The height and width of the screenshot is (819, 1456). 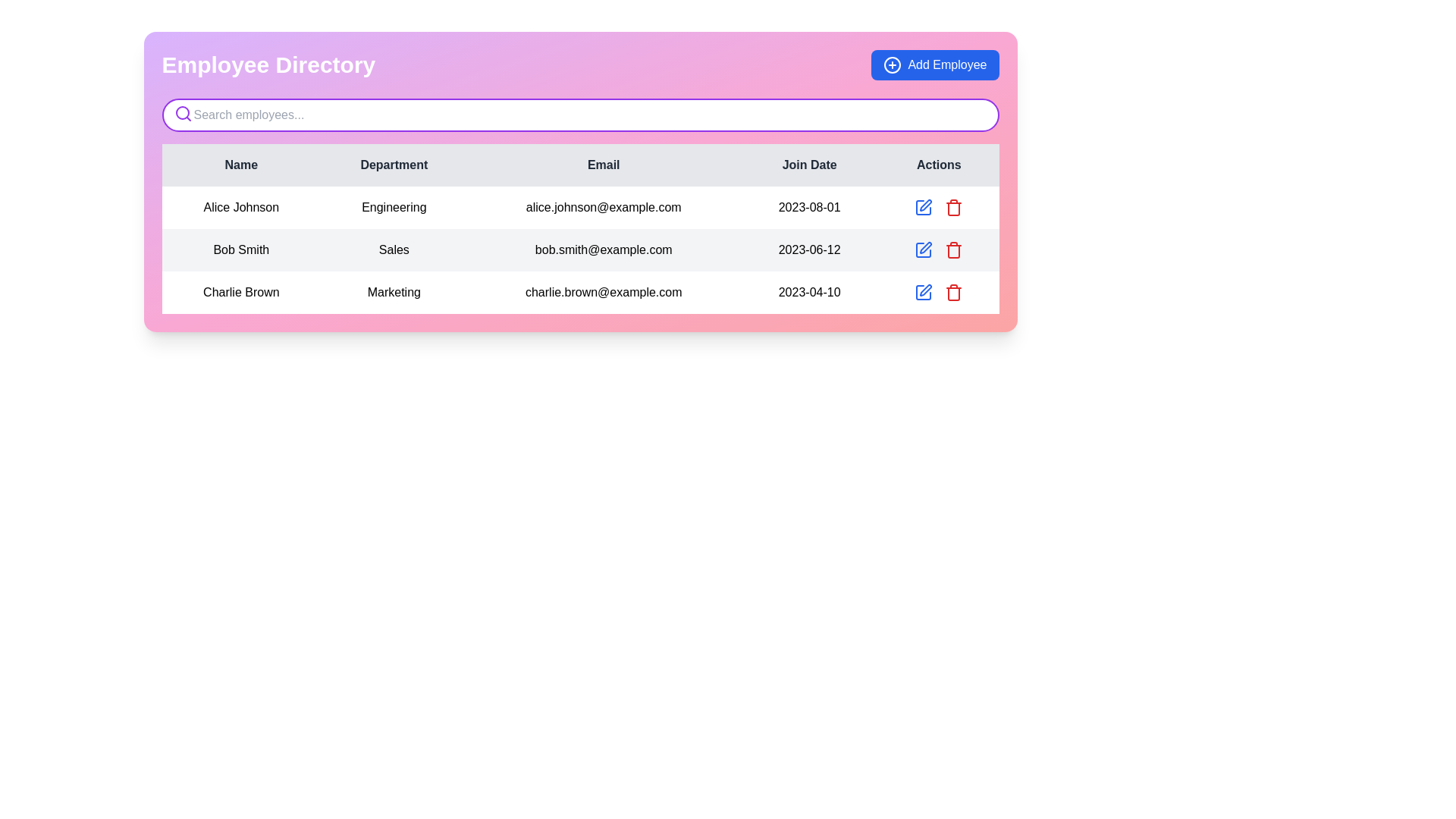 I want to click on the table cell displaying 'Sales', located in the second row and second column of the table, between 'Bob Smith' and 'bob.smith@example.com', so click(x=394, y=249).